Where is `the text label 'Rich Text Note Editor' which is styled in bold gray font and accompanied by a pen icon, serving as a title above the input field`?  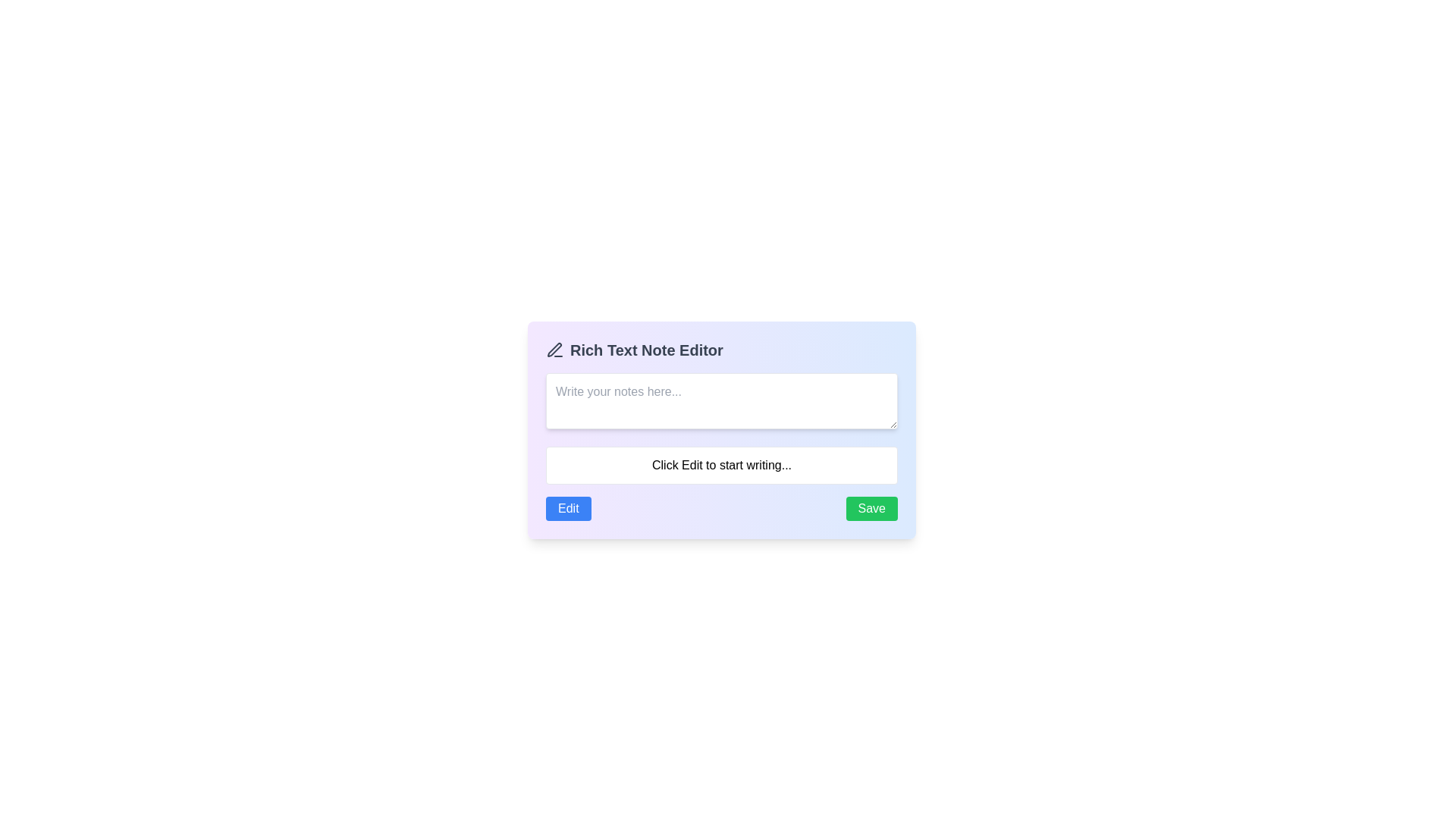 the text label 'Rich Text Note Editor' which is styled in bold gray font and accompanied by a pen icon, serving as a title above the input field is located at coordinates (720, 350).